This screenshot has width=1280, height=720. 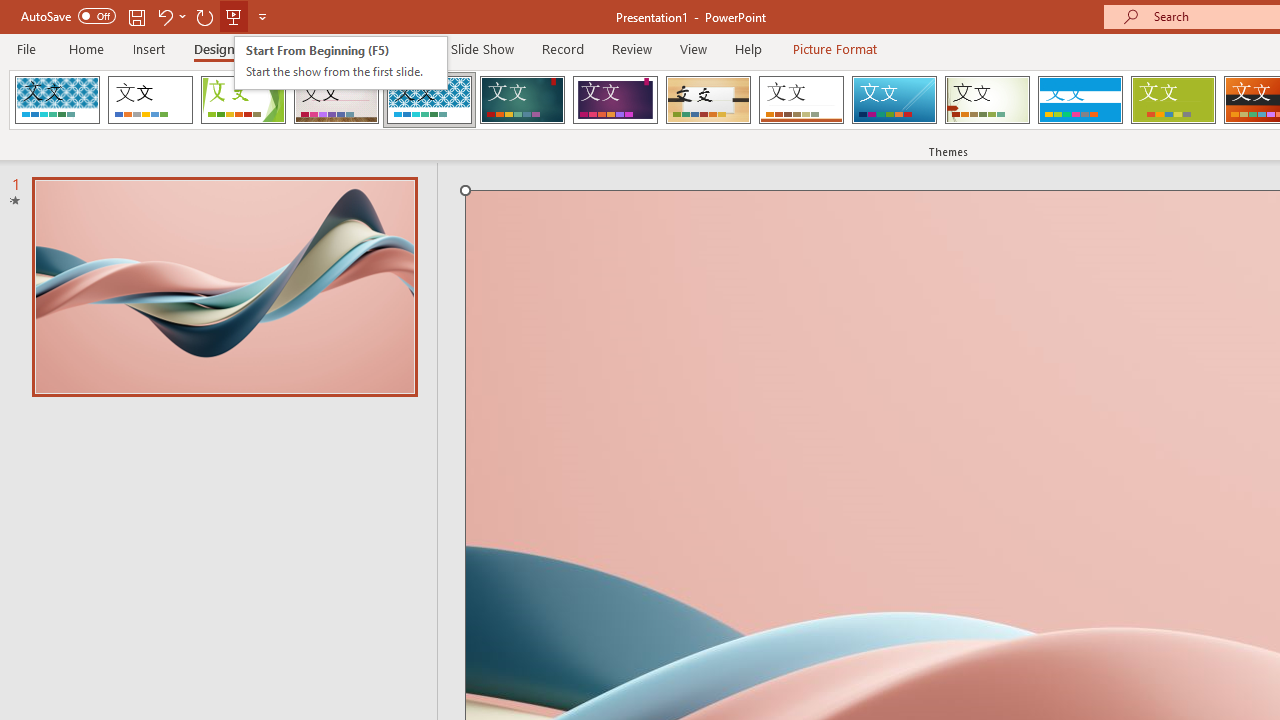 What do you see at coordinates (708, 100) in the screenshot?
I see `'Organic'` at bounding box center [708, 100].